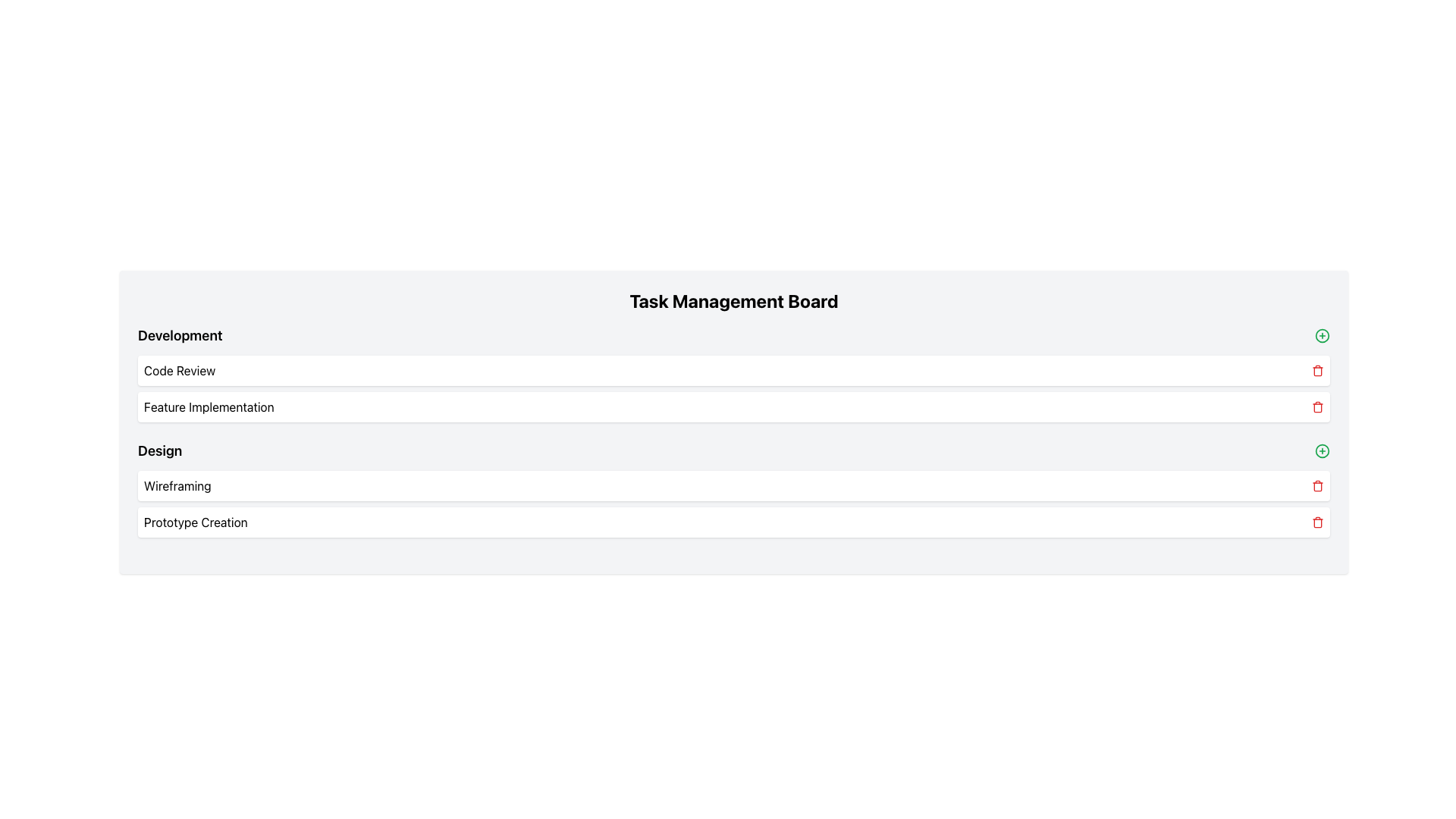 This screenshot has width=1456, height=819. Describe the element at coordinates (1321, 450) in the screenshot. I see `the circular component within the SVG icon that indicates actions for the 'Prototype Creation' task in the 'Design' category` at that location.